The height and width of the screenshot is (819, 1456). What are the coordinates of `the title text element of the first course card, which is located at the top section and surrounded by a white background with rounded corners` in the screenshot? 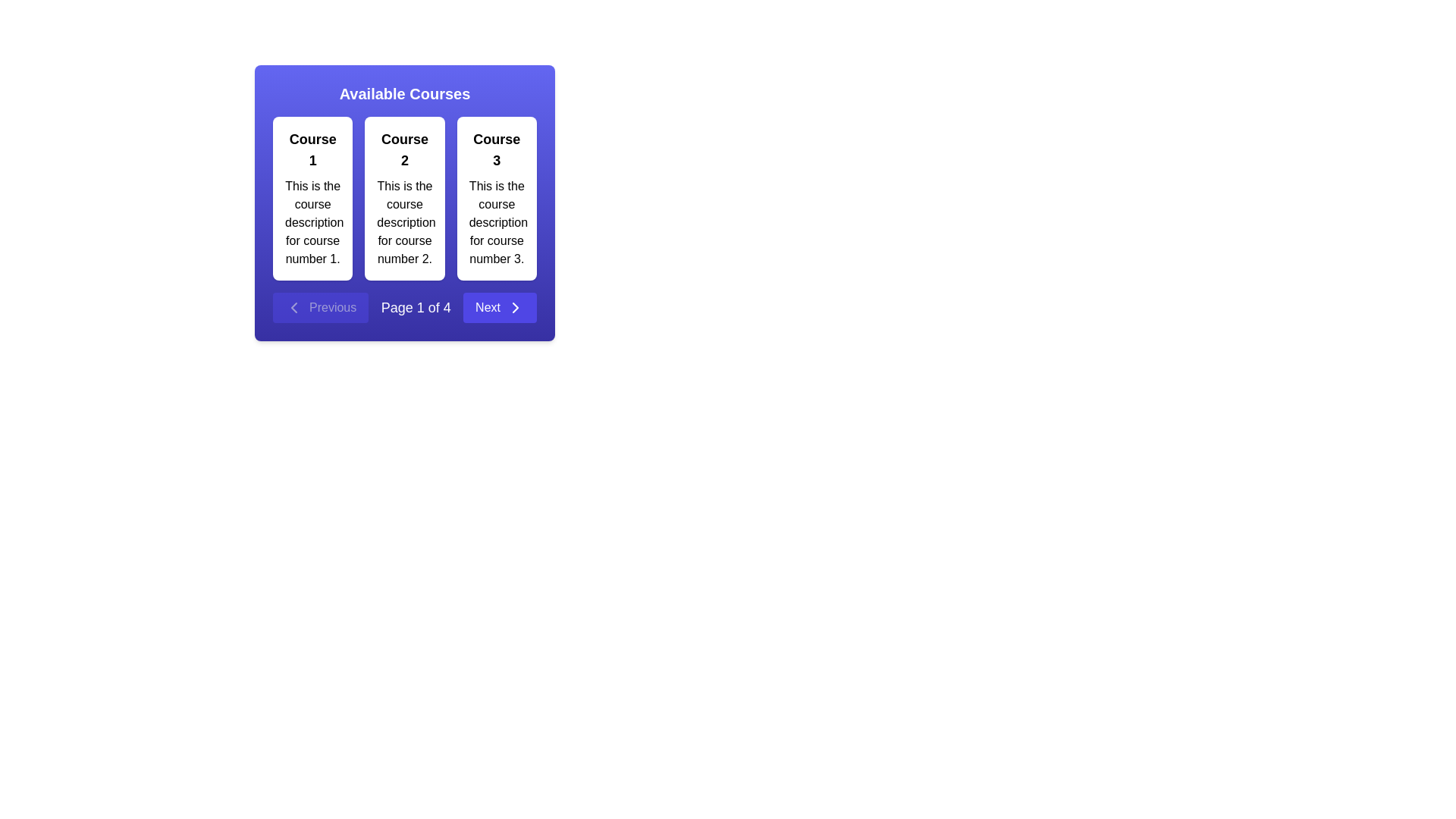 It's located at (312, 149).